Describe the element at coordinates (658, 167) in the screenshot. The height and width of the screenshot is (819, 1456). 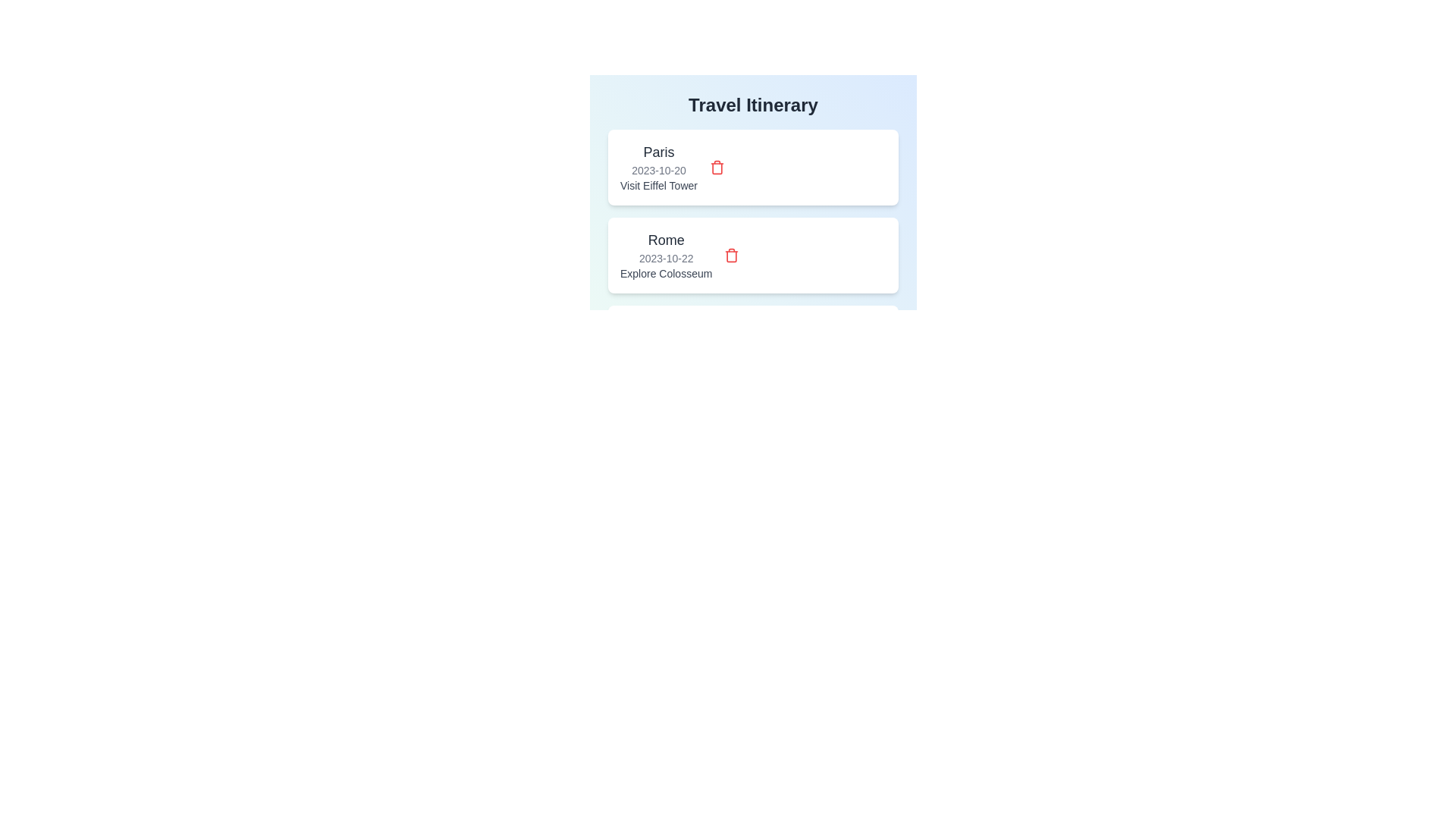
I see `the itinerary item corresponding to Paris` at that location.